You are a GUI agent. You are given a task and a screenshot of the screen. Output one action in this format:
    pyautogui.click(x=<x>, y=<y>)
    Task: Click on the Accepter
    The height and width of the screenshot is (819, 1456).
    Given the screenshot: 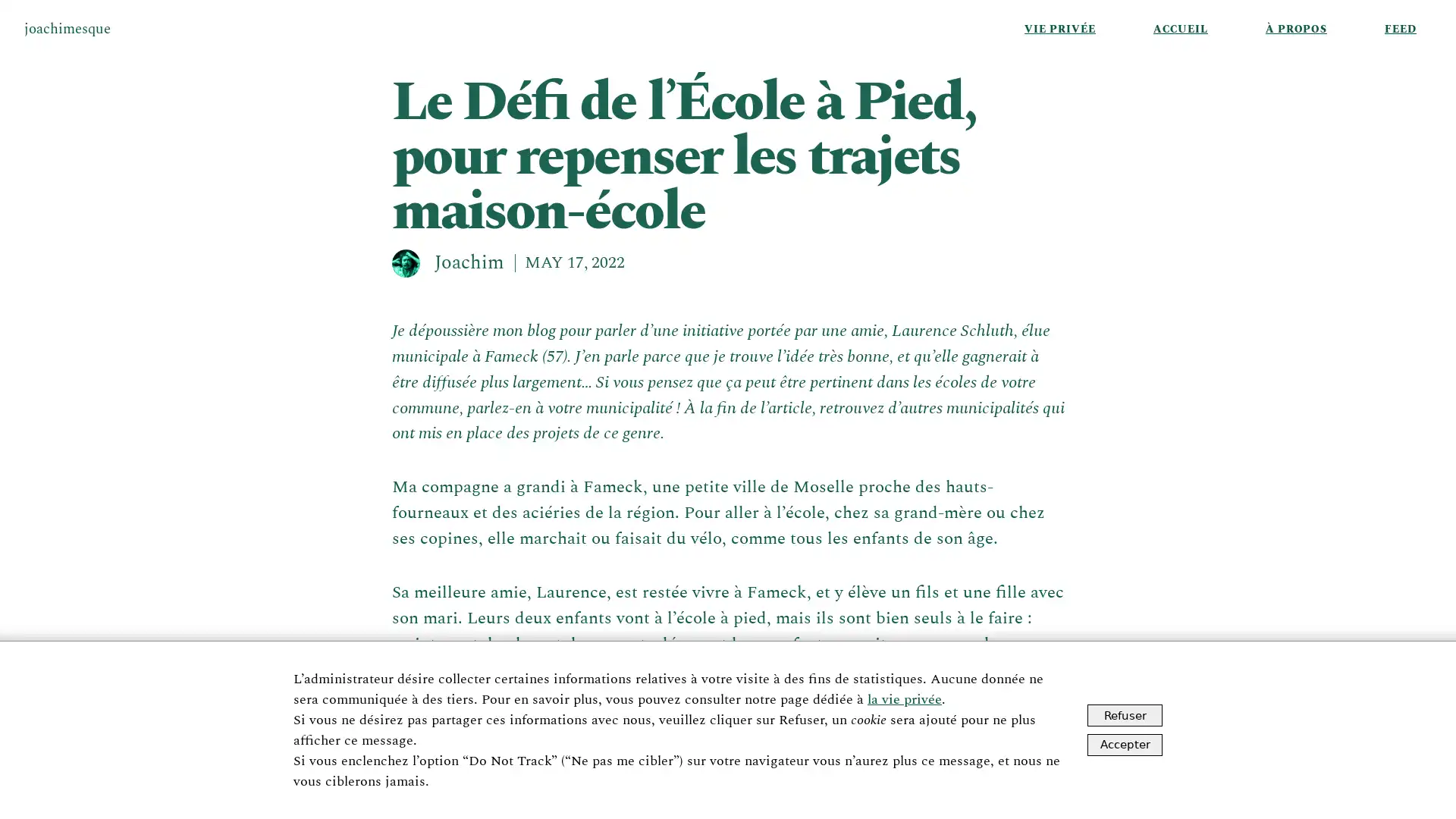 What is the action you would take?
    pyautogui.click(x=1125, y=743)
    